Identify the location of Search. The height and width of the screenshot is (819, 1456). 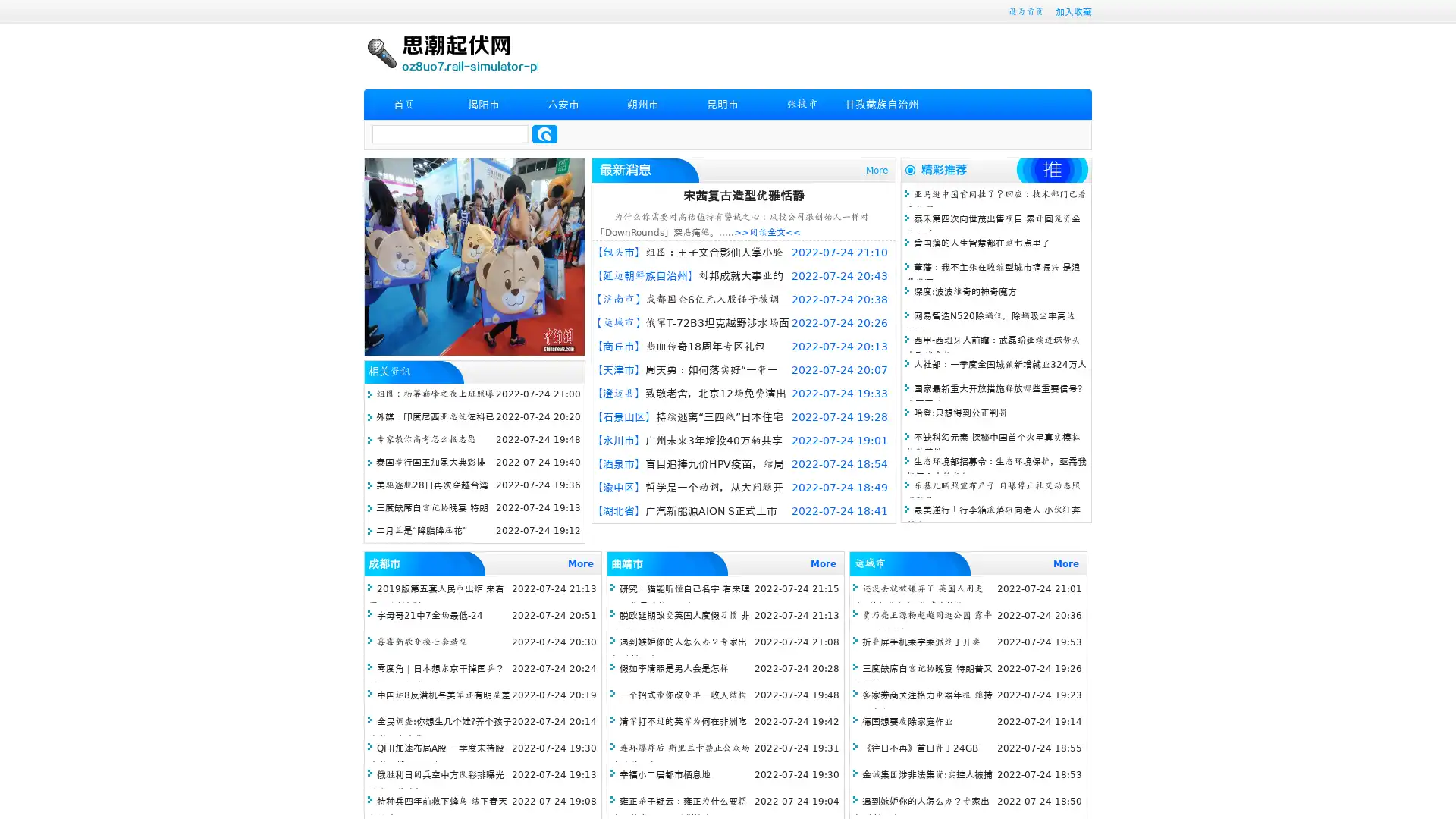
(544, 133).